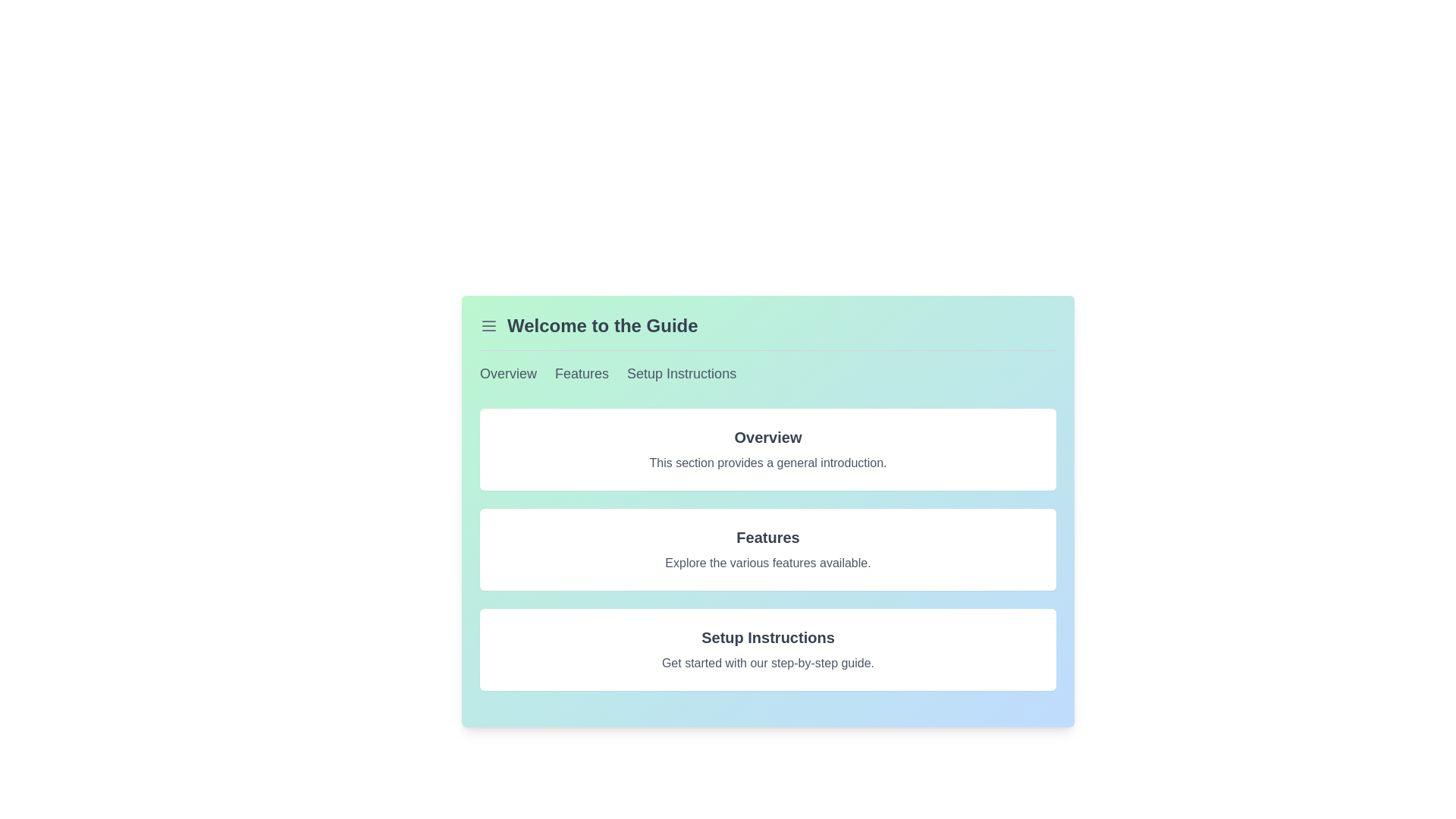 The width and height of the screenshot is (1456, 819). Describe the element at coordinates (681, 374) in the screenshot. I see `the 'Setup Instructions' hyperlink in the top-level navigation bar` at that location.